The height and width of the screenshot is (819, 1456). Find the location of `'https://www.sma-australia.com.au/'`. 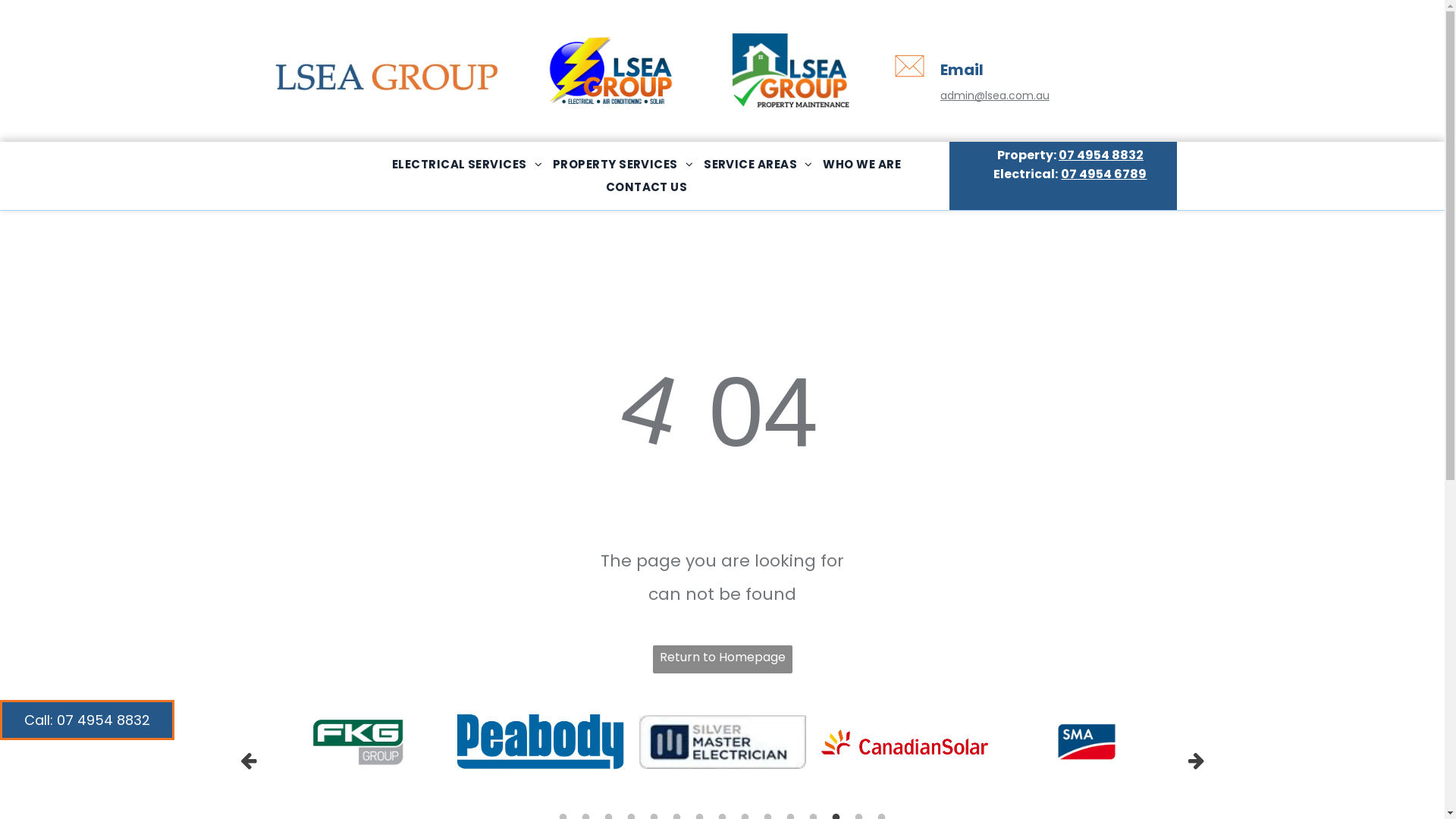

'https://www.sma-australia.com.au/' is located at coordinates (1055, 741).